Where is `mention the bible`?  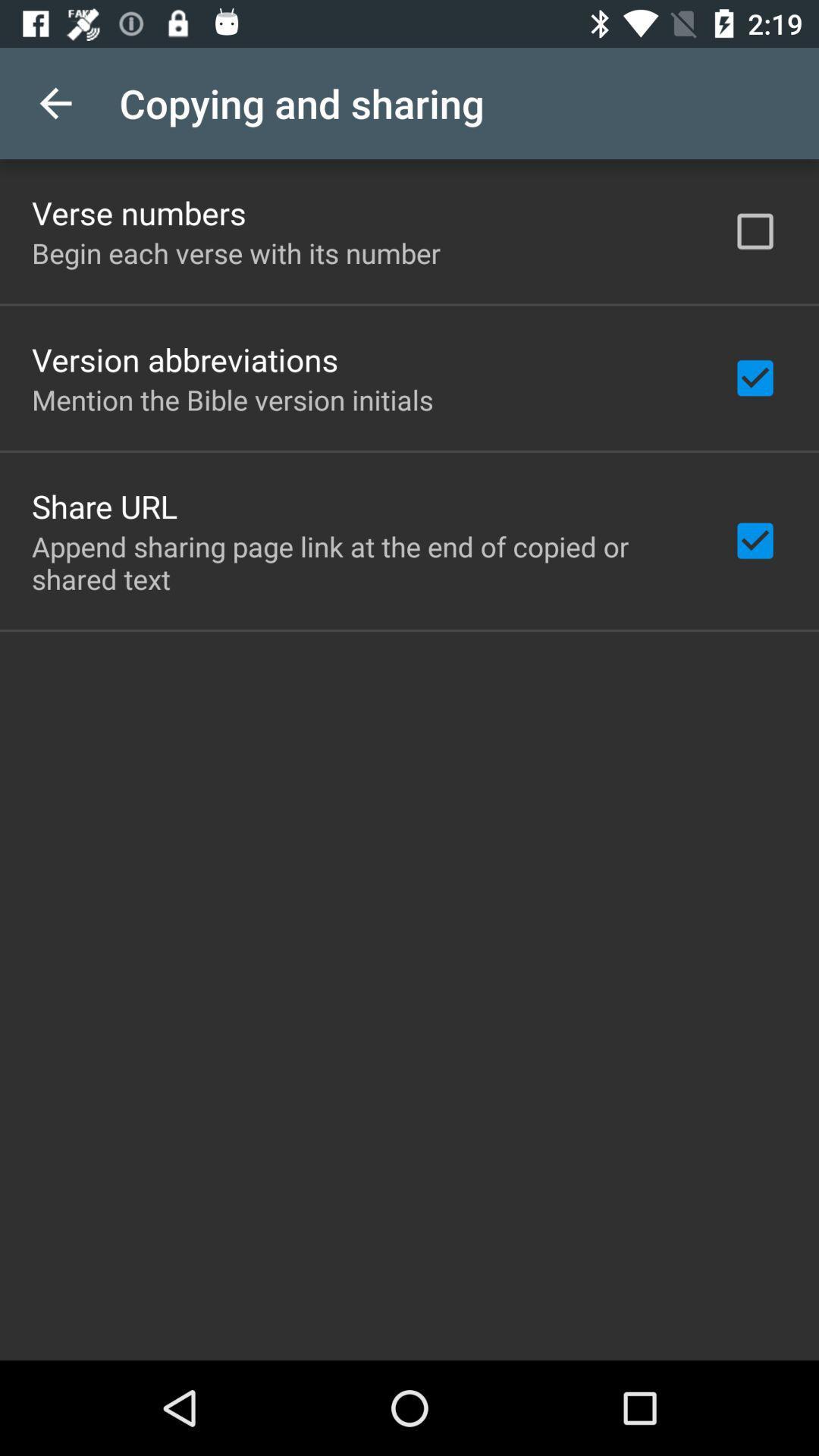
mention the bible is located at coordinates (232, 400).